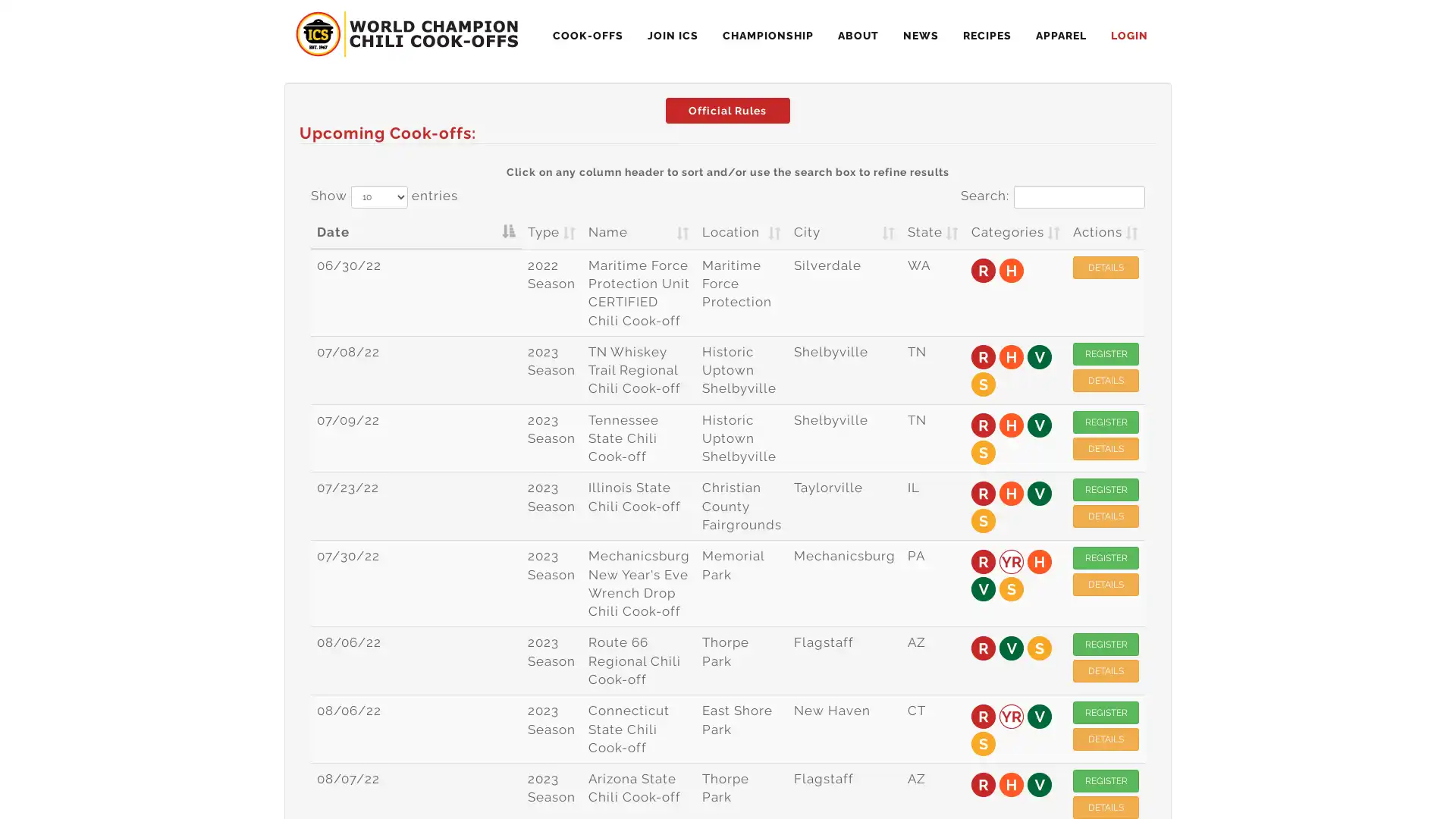 The width and height of the screenshot is (1456, 819). I want to click on REGISTER, so click(1106, 353).